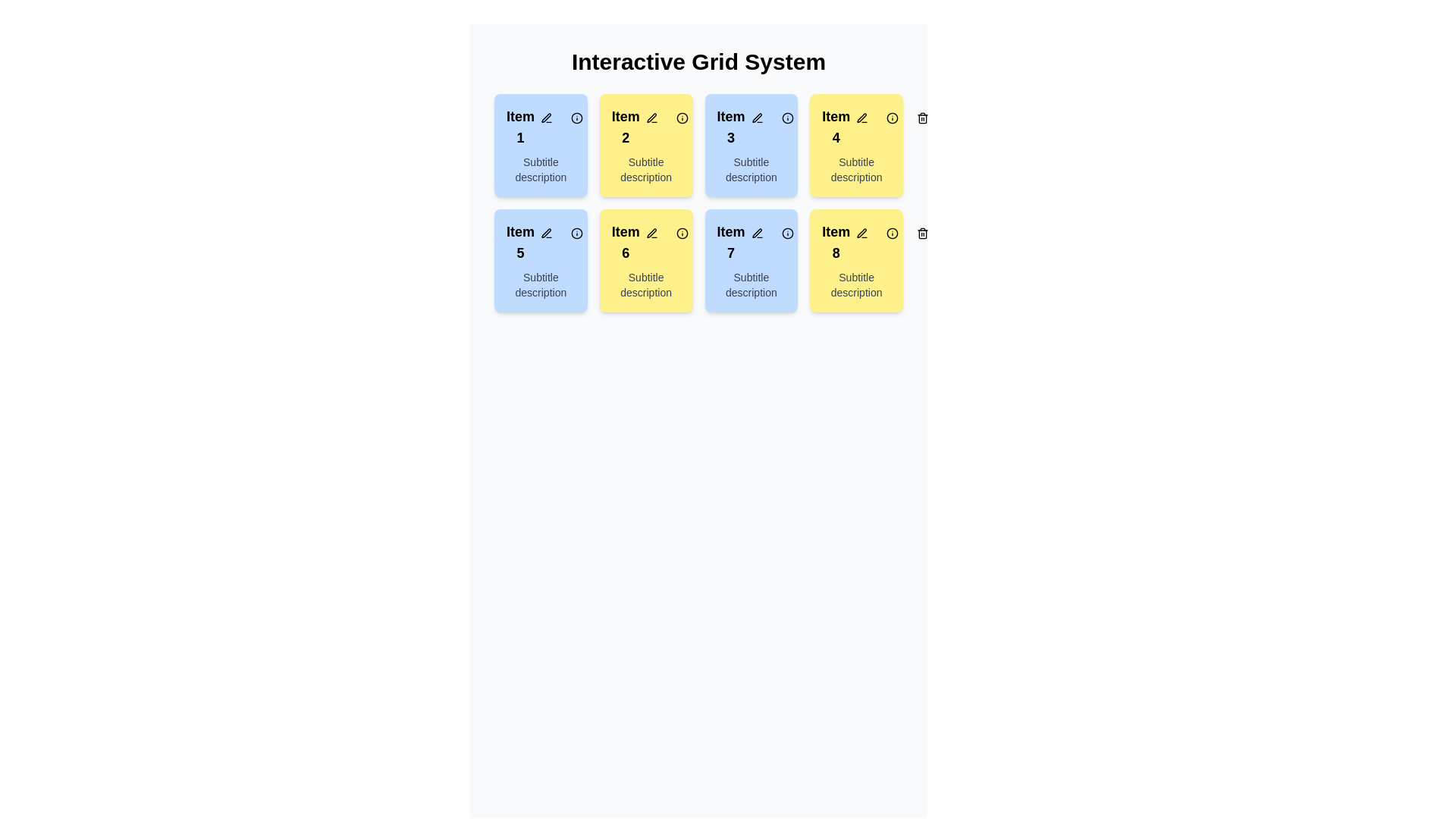  I want to click on text content of the label located in the fourth card of the top row, which identifies the associated content or functionality, so click(835, 127).